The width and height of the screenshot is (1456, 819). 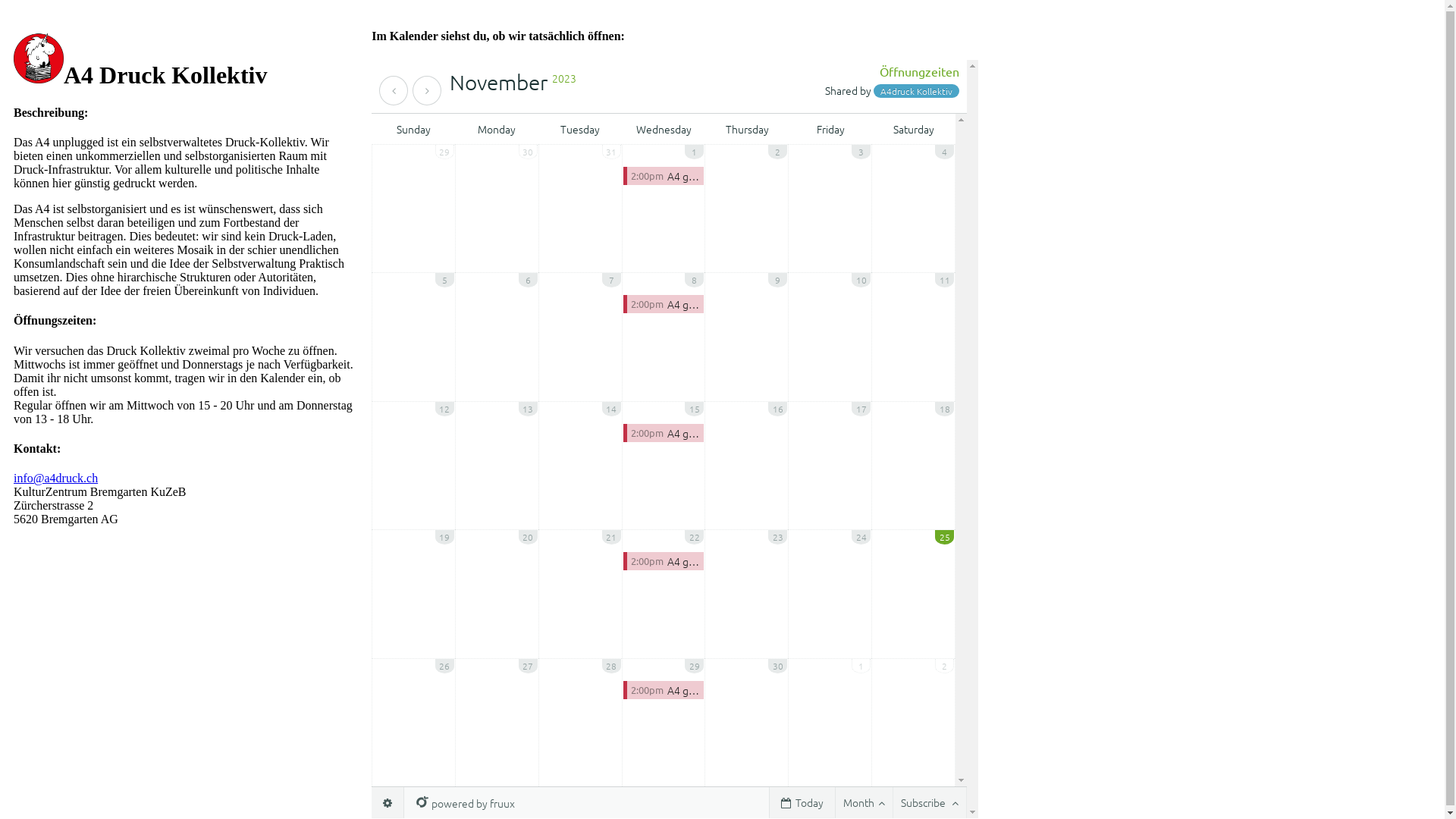 What do you see at coordinates (14, 478) in the screenshot?
I see `'info@a4druck.ch'` at bounding box center [14, 478].